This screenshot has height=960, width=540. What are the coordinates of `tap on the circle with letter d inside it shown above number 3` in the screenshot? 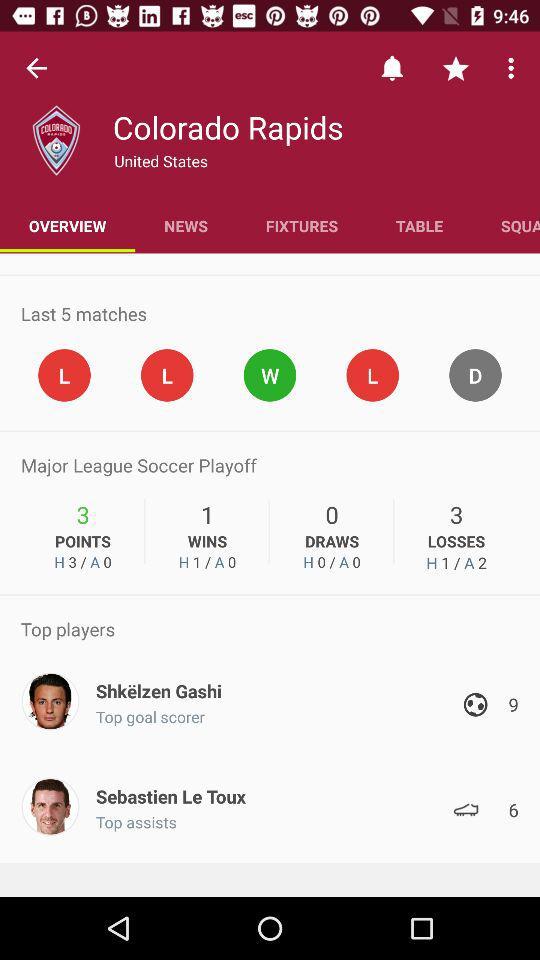 It's located at (474, 374).